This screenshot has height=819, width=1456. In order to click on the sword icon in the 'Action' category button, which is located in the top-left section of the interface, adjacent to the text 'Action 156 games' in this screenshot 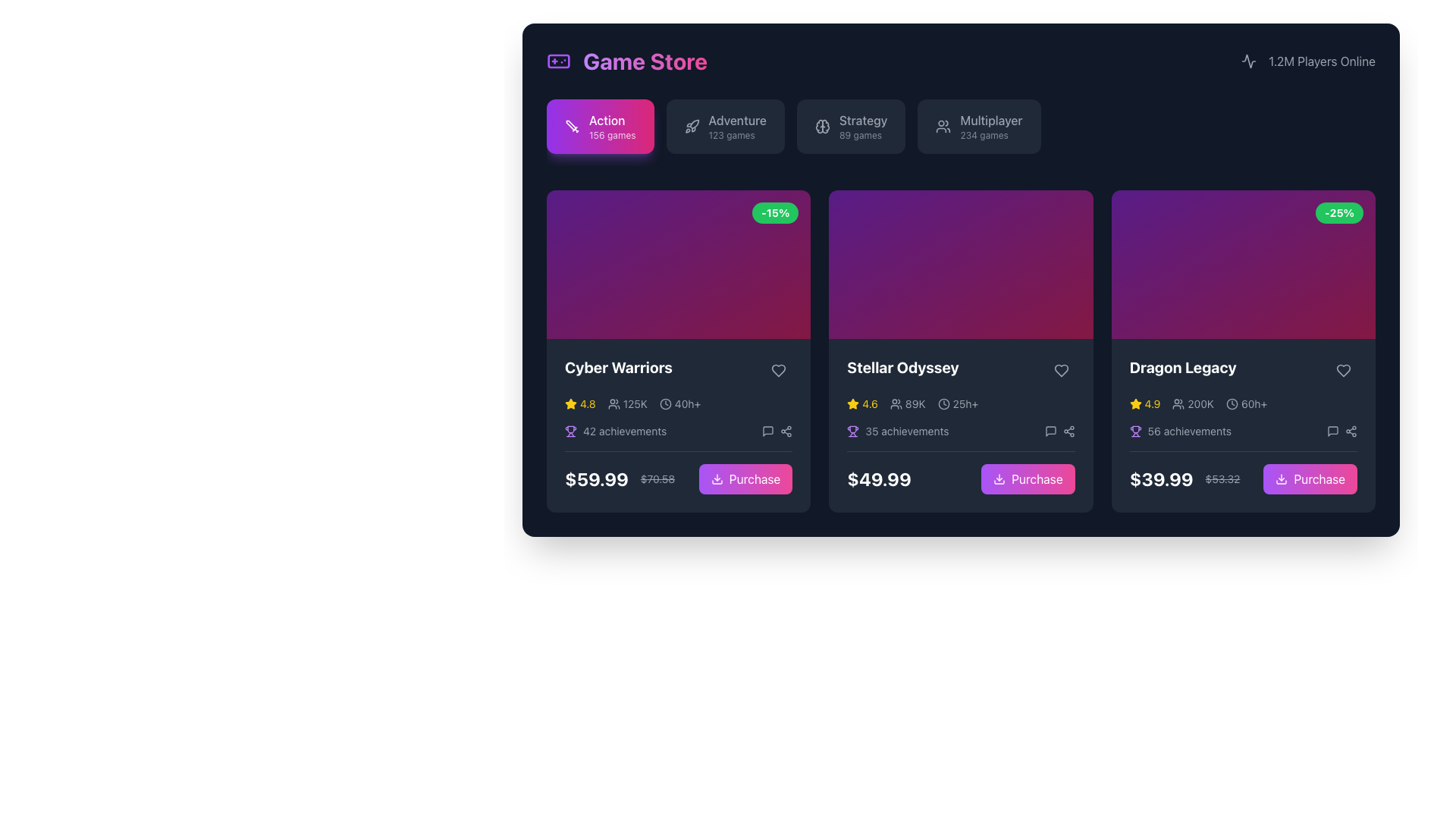, I will do `click(571, 125)`.